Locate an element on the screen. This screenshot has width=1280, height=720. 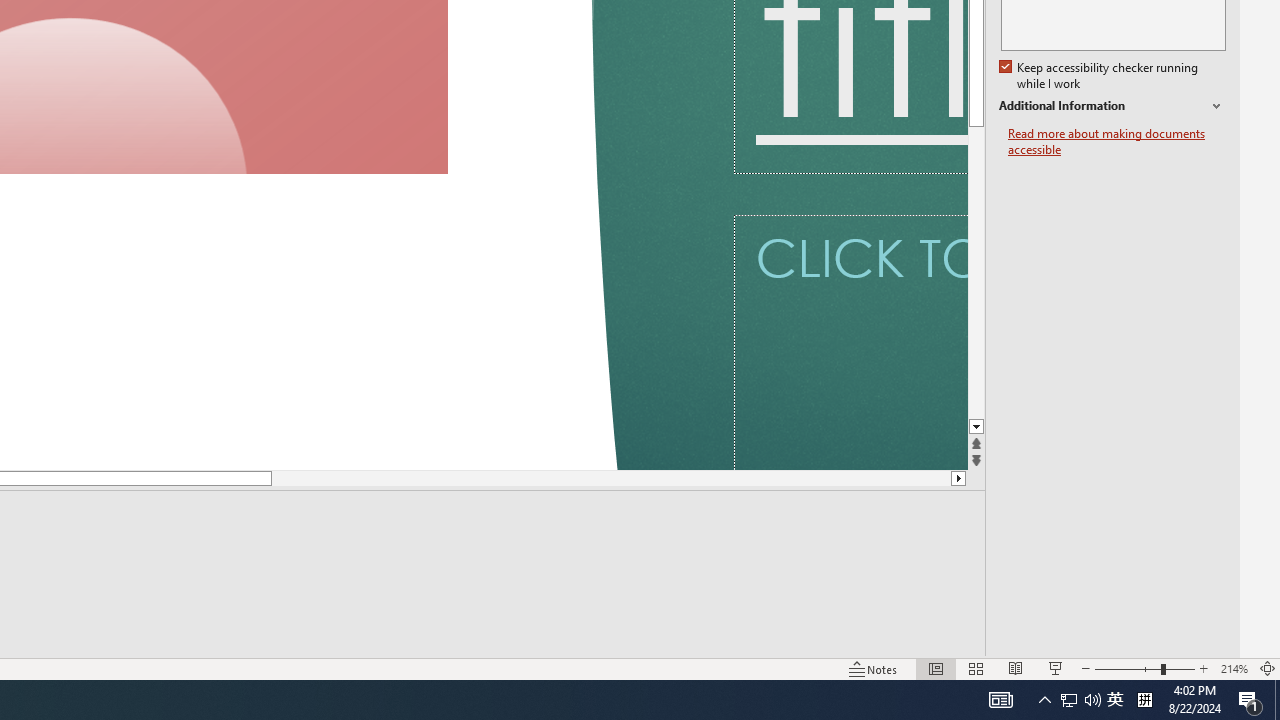
'Line down' is located at coordinates (976, 426).